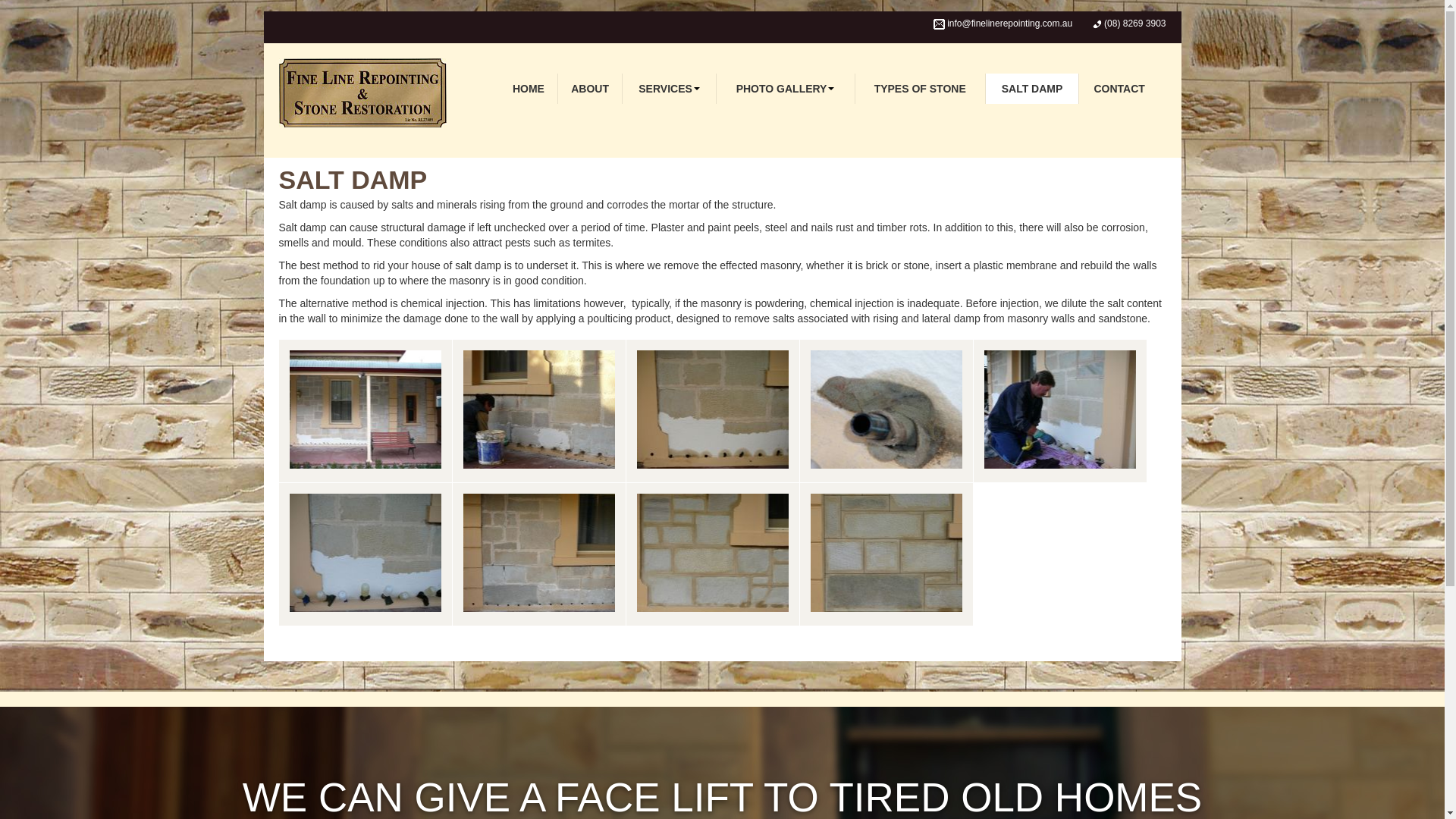 This screenshot has width=1456, height=819. What do you see at coordinates (1009, 23) in the screenshot?
I see `'info@finelinerepointing.com.au'` at bounding box center [1009, 23].